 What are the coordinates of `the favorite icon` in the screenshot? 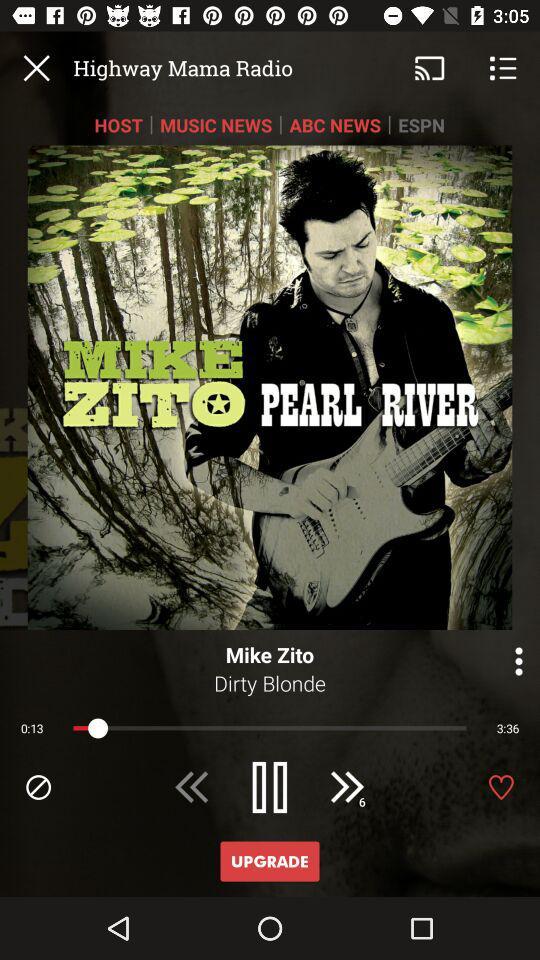 It's located at (500, 787).